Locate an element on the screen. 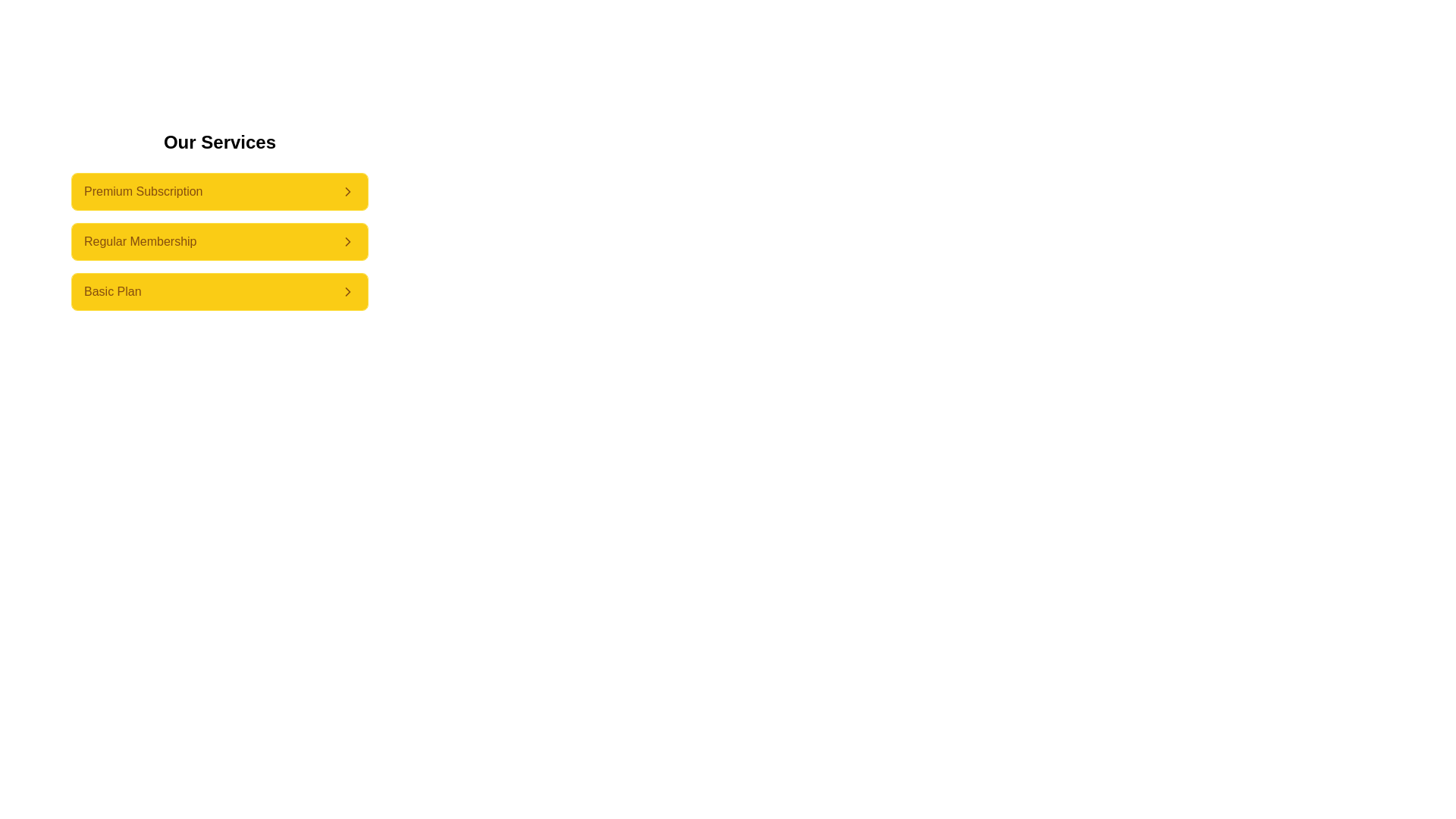 Image resolution: width=1456 pixels, height=819 pixels. the right-pointing chevron icon located at the mid-right portion of the 'Regular Membership' button is located at coordinates (347, 241).